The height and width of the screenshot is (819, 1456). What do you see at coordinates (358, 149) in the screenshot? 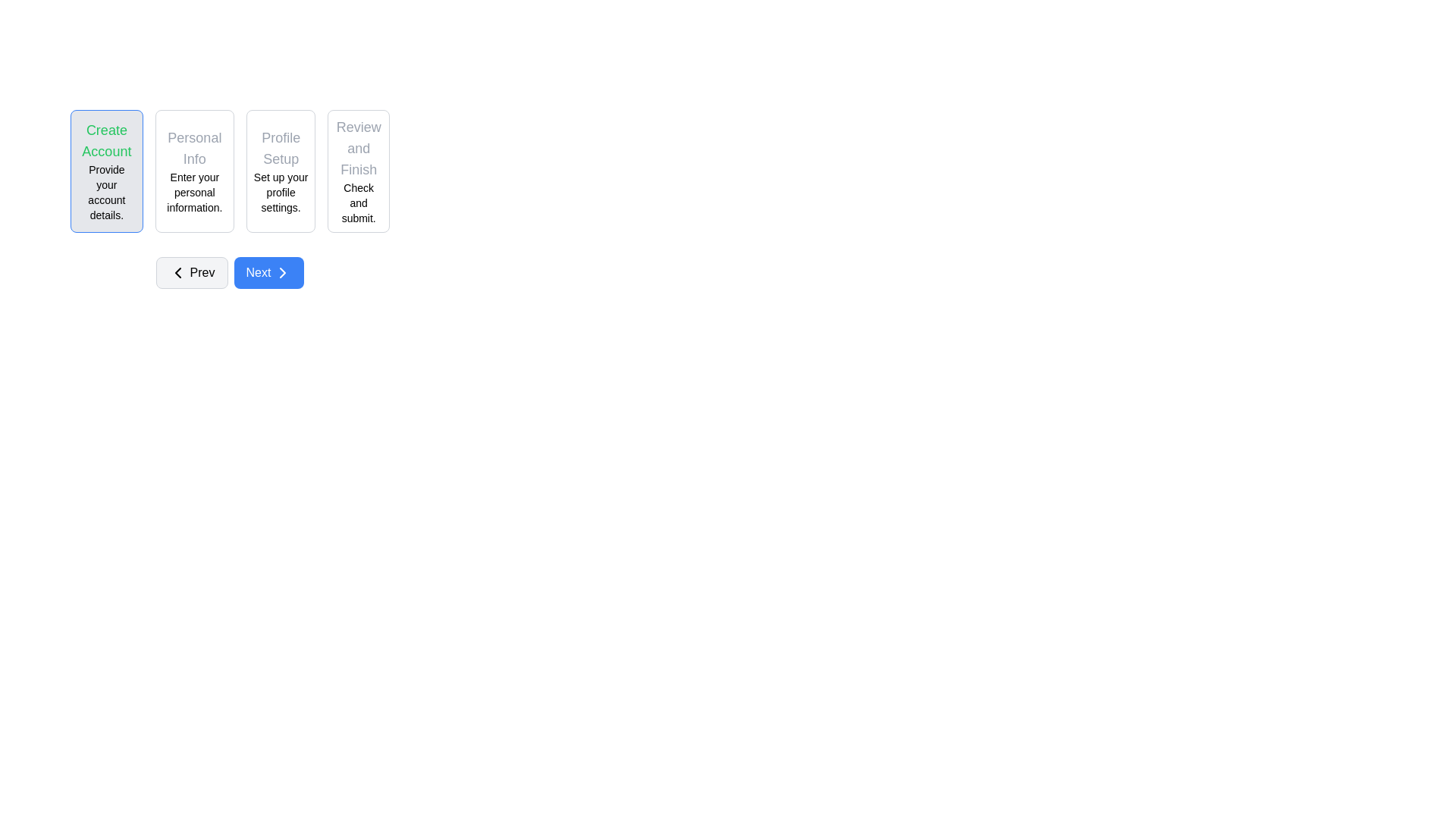
I see `the text label located at the top right of the panel, indicating the step or function of the current panel, above the text 'Check and submit.'` at bounding box center [358, 149].